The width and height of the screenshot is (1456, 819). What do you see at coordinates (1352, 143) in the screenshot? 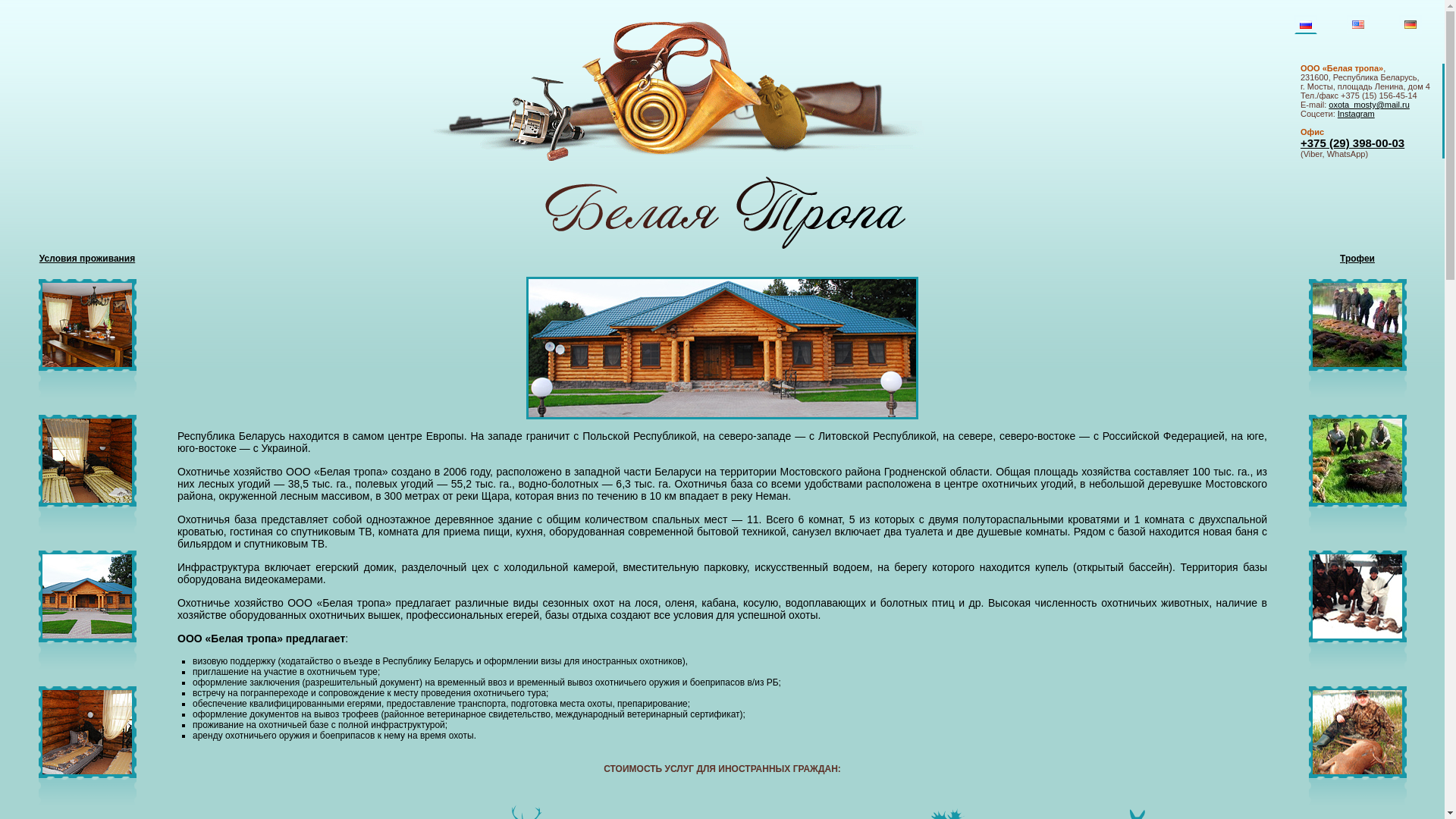
I see `'+375 (29) 398-00-03'` at bounding box center [1352, 143].